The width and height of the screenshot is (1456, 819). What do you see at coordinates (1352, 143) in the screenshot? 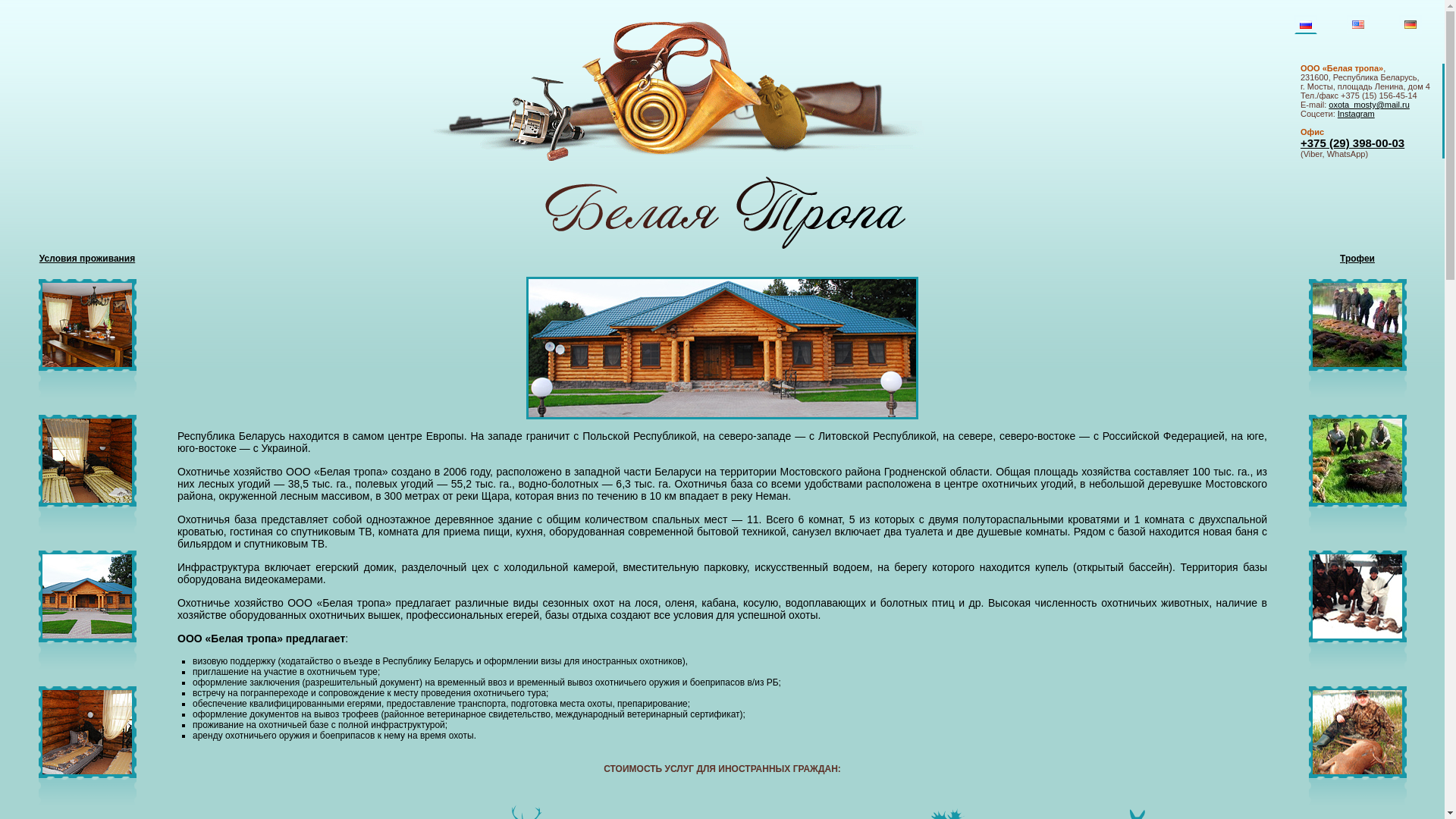
I see `'+375 (29) 398-00-03'` at bounding box center [1352, 143].